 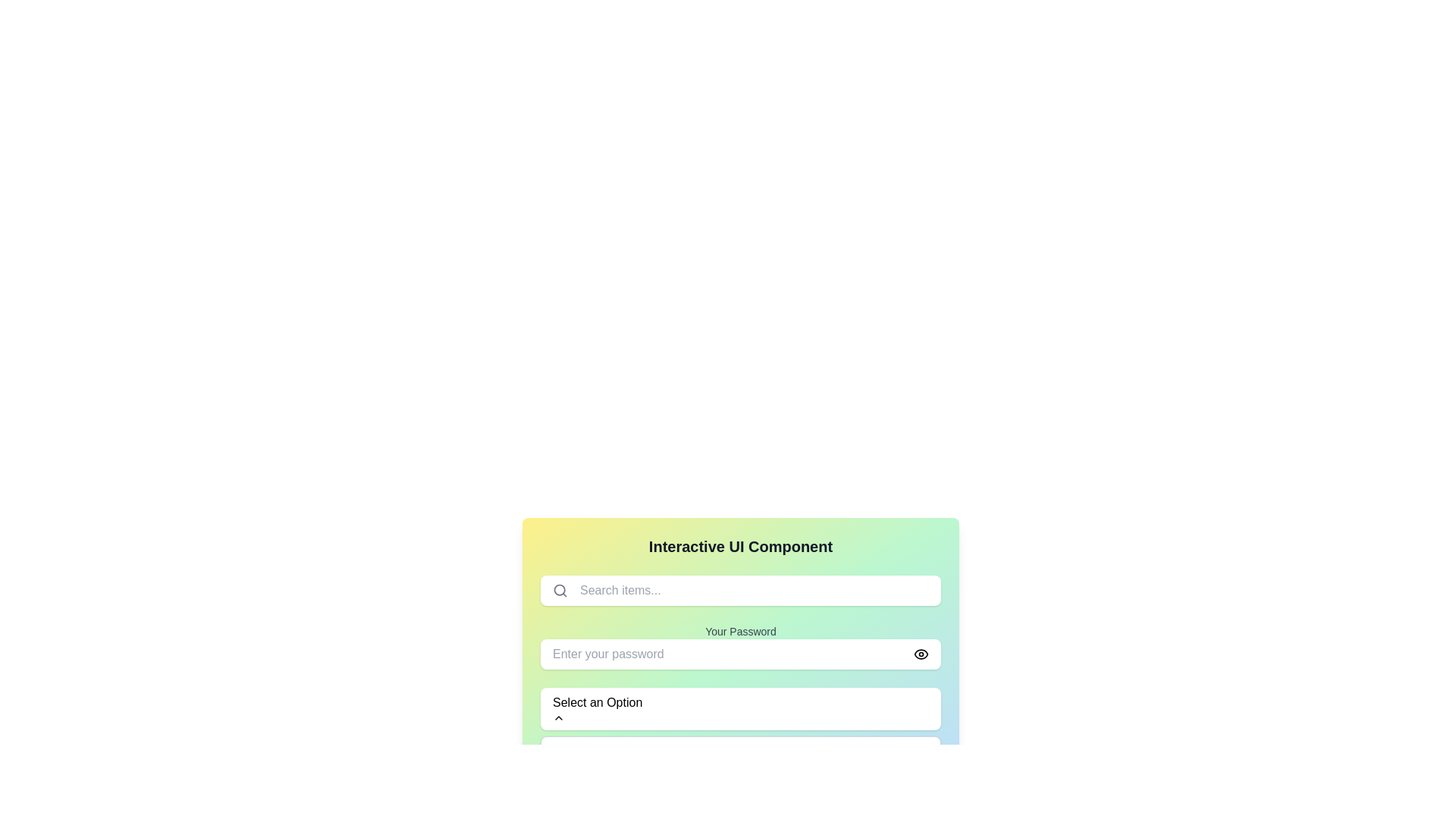 I want to click on the text label 'Your Password' which describes the purpose of the adjacent password input field located below the search bar and above the password input field, so click(x=741, y=632).